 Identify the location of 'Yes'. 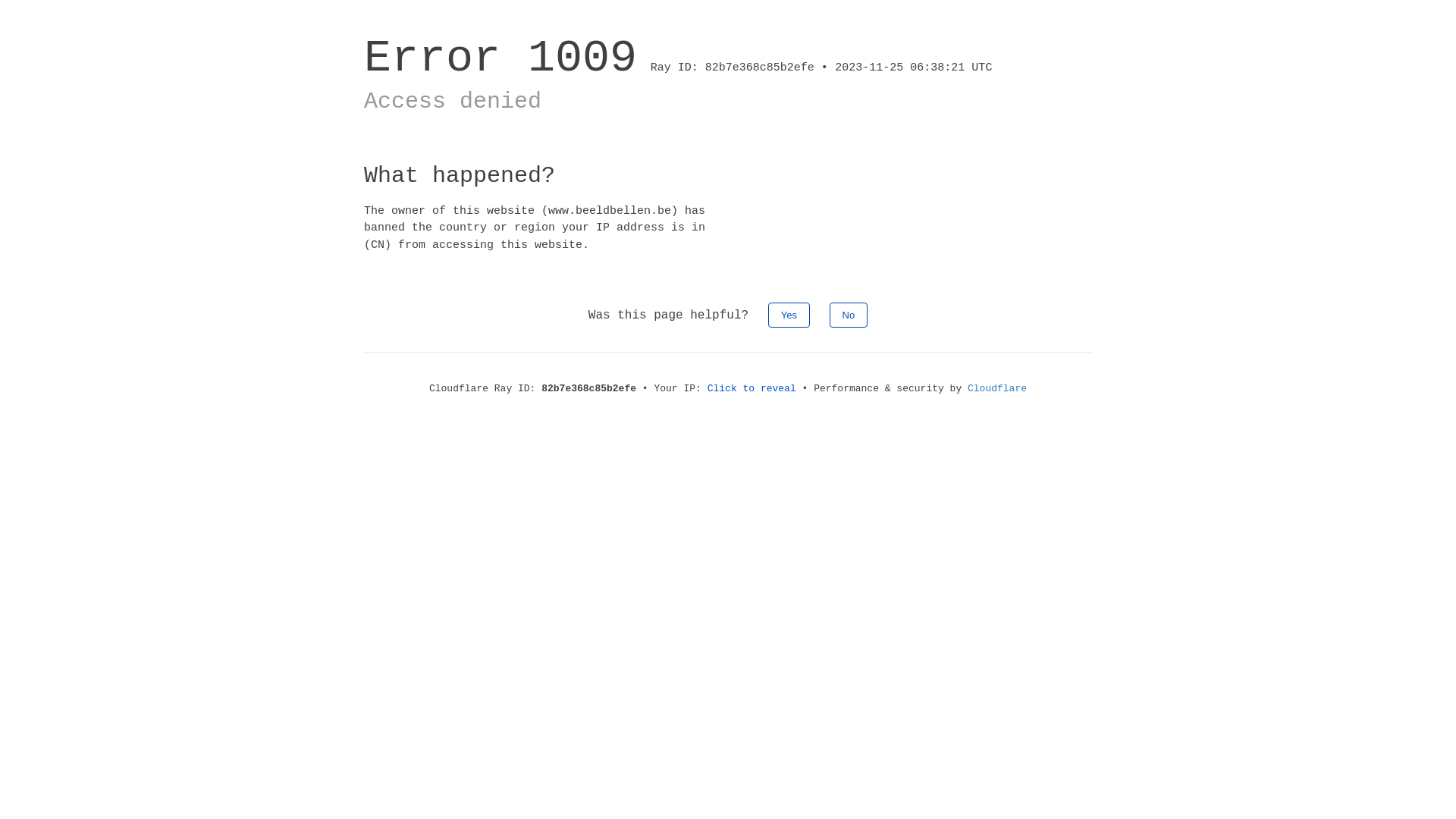
(789, 314).